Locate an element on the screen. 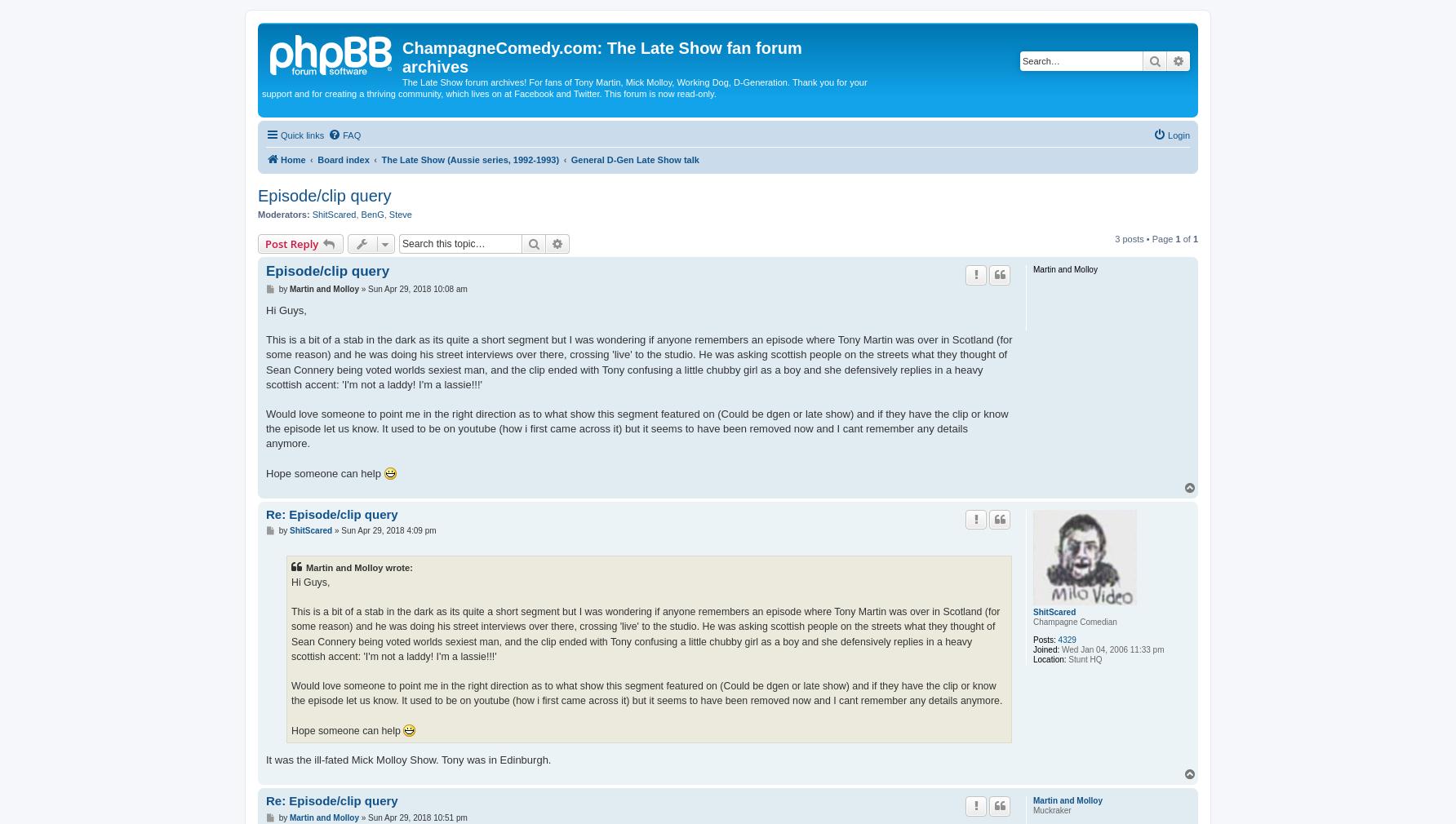 The image size is (1456, 824). 'Home' is located at coordinates (279, 159).